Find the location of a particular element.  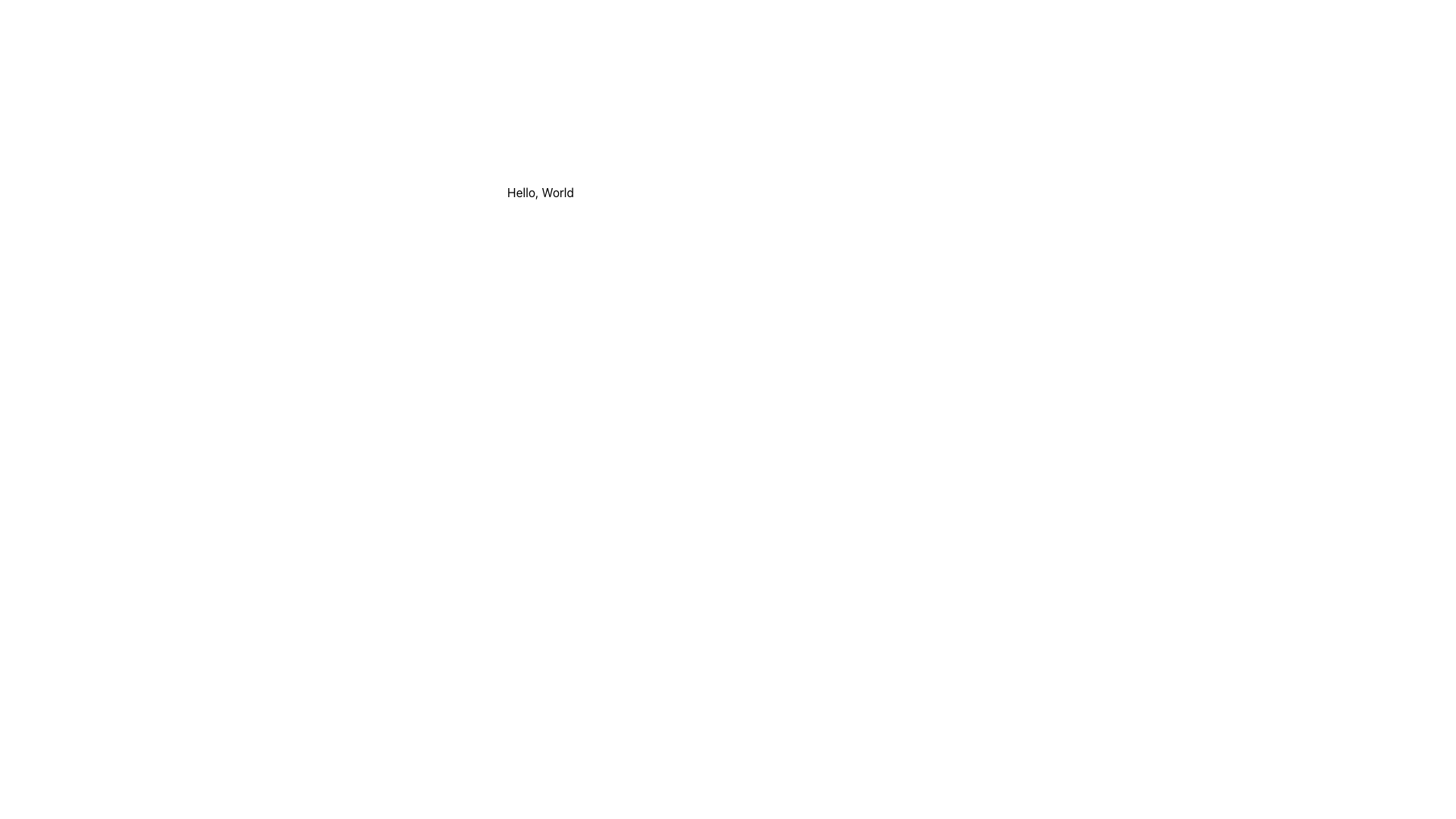

the text label displaying 'Hello, World' is located at coordinates (541, 192).